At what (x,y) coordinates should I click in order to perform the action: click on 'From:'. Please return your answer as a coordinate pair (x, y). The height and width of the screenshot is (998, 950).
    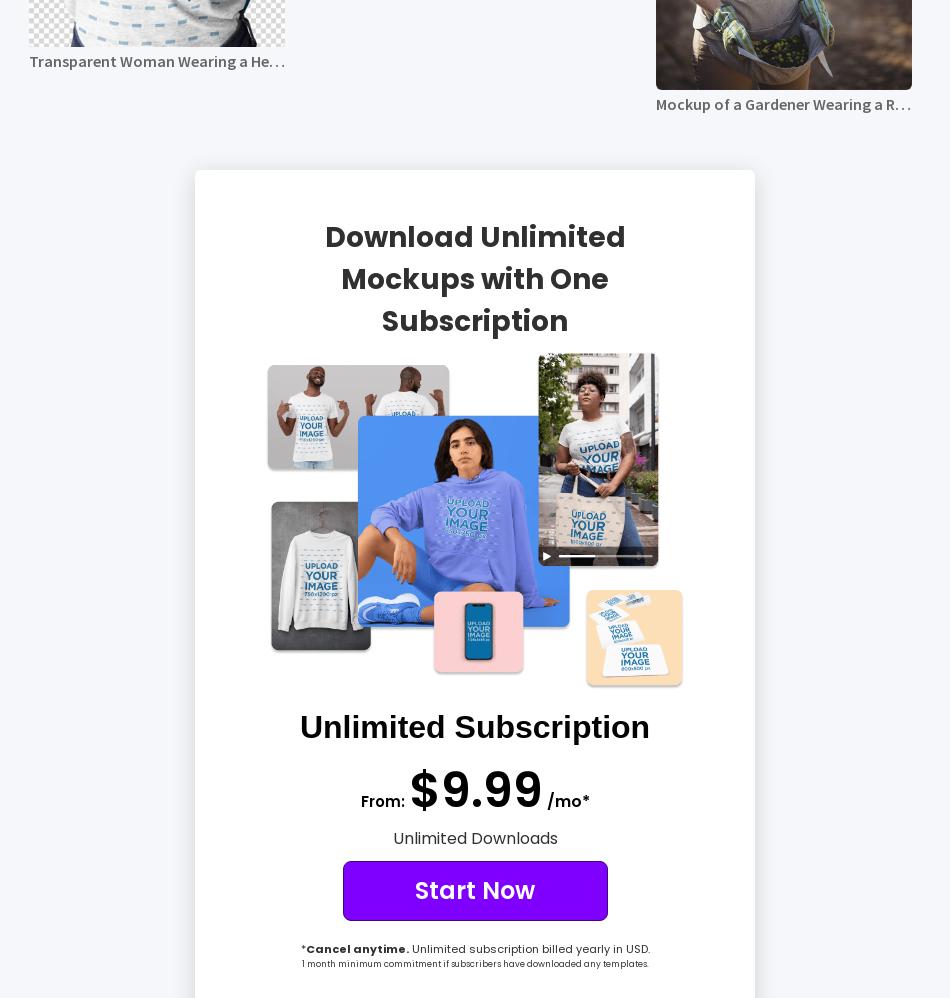
    Looking at the image, I should click on (380, 801).